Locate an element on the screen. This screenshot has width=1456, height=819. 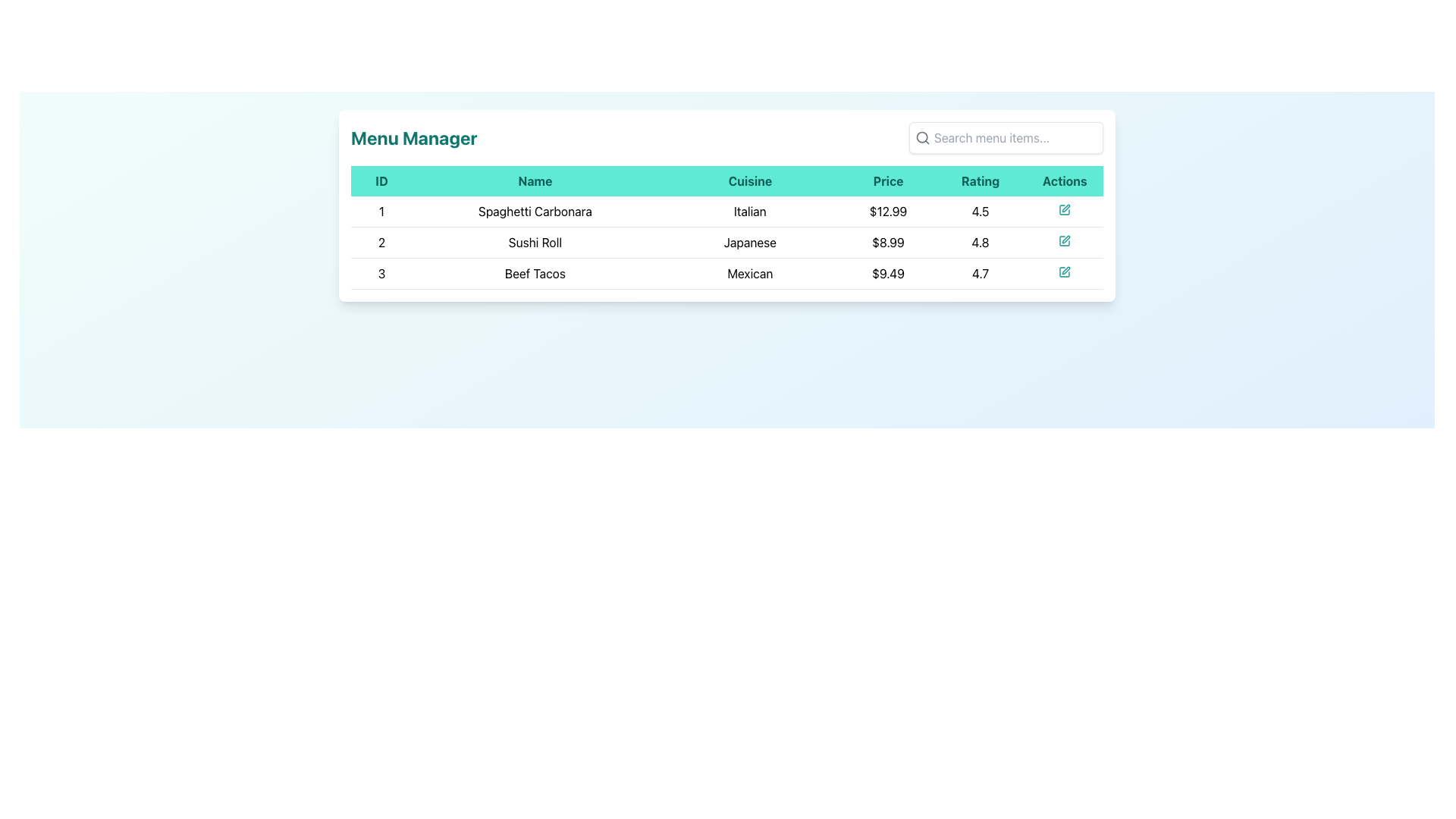
the text label displaying 'Actions' in bold, dark-green font, located in the header row of the table, positioned to the far right is located at coordinates (1064, 180).